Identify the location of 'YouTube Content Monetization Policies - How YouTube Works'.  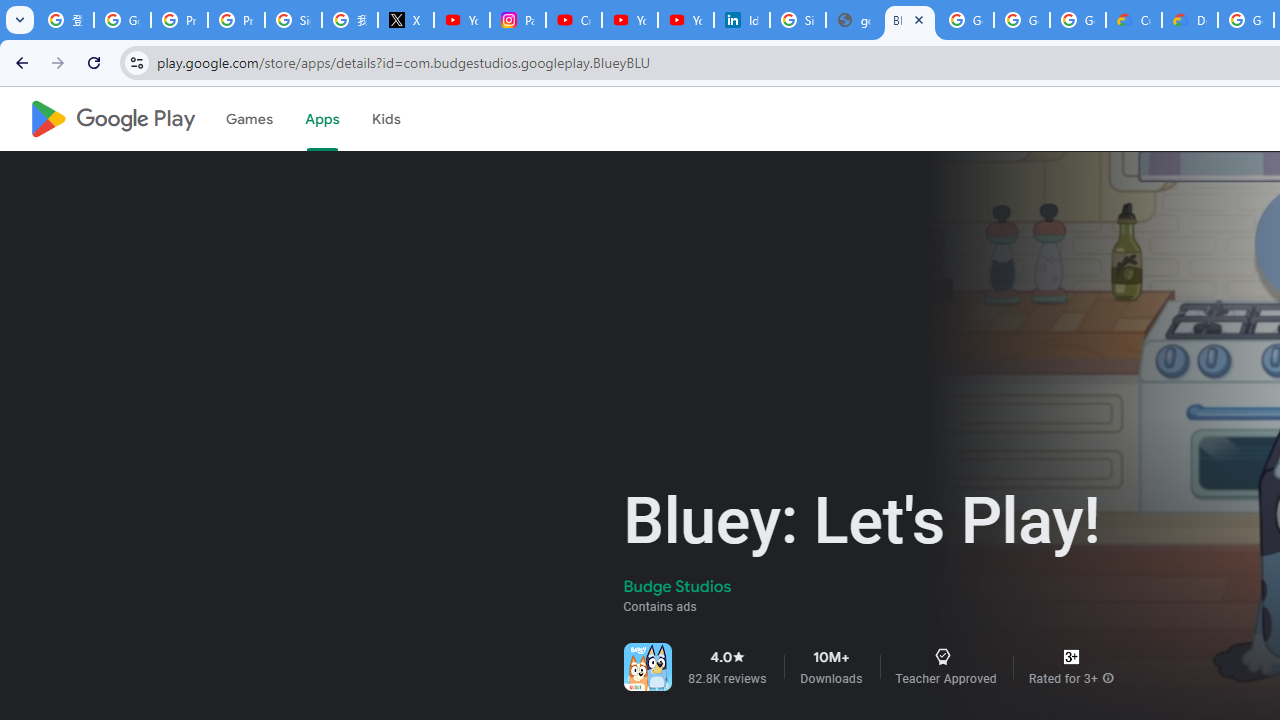
(461, 20).